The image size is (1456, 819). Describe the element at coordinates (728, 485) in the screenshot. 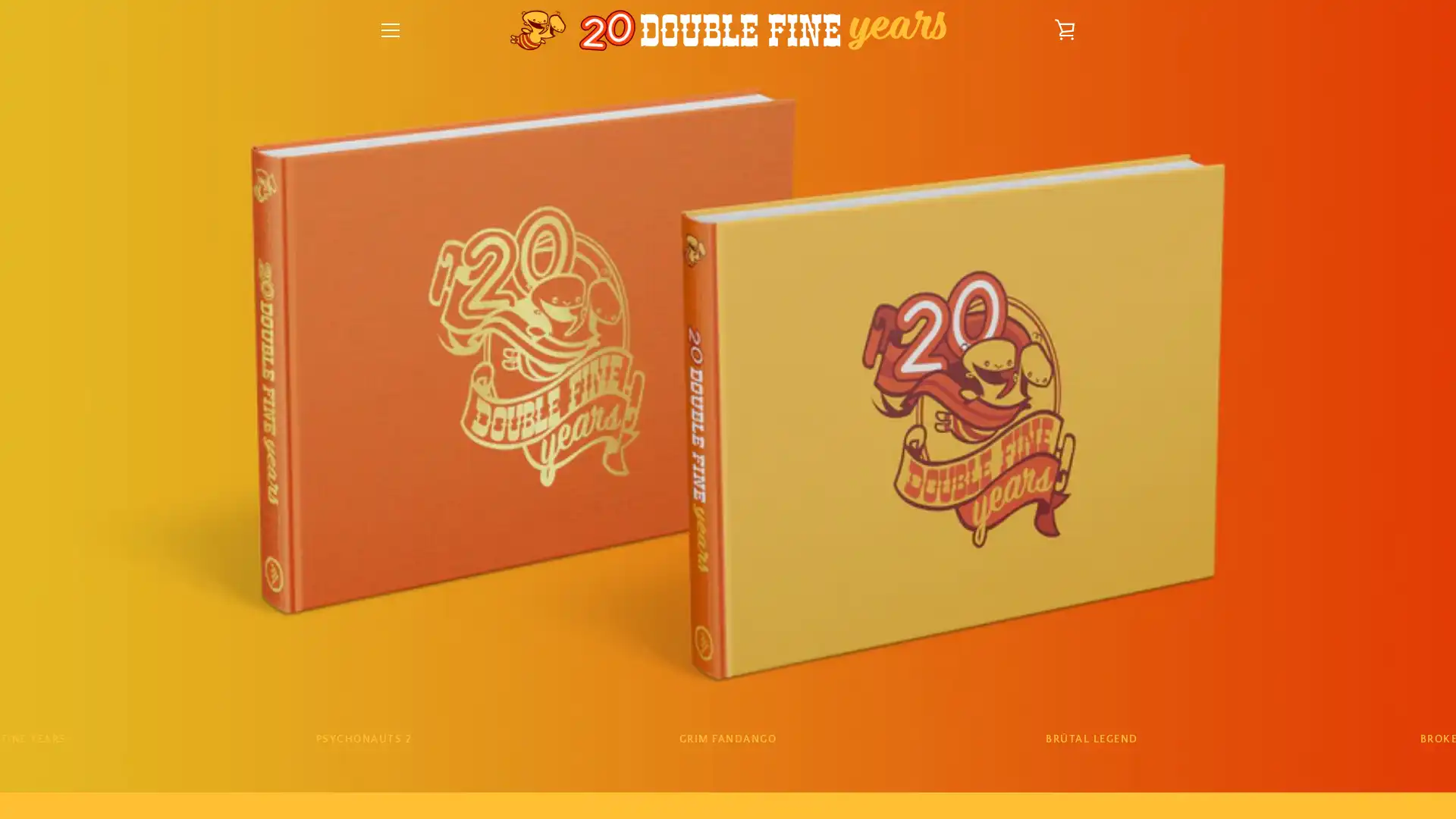

I see `Shop now` at that location.